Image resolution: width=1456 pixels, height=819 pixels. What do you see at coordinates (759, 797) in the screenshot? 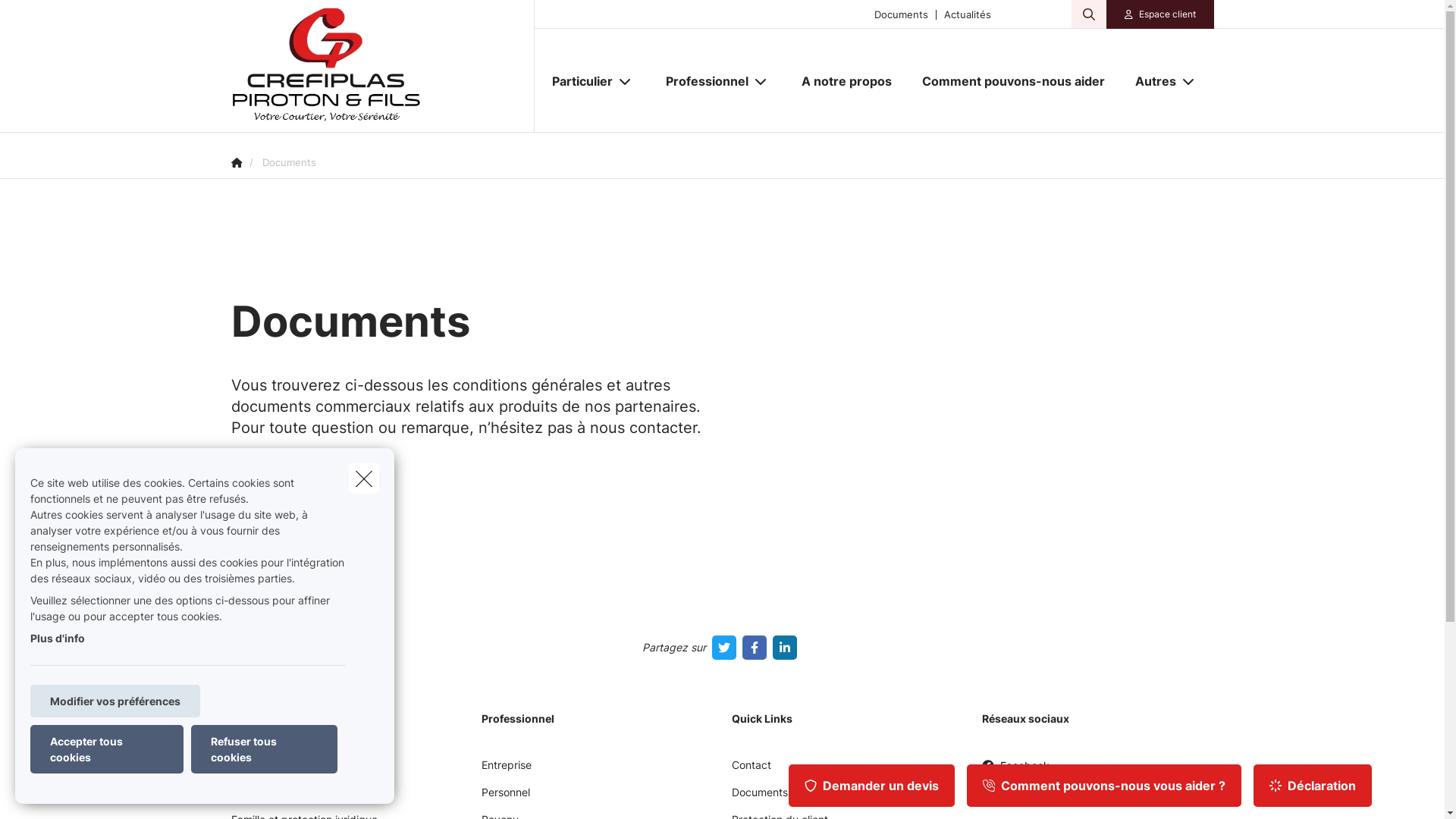
I see `'Documents'` at bounding box center [759, 797].